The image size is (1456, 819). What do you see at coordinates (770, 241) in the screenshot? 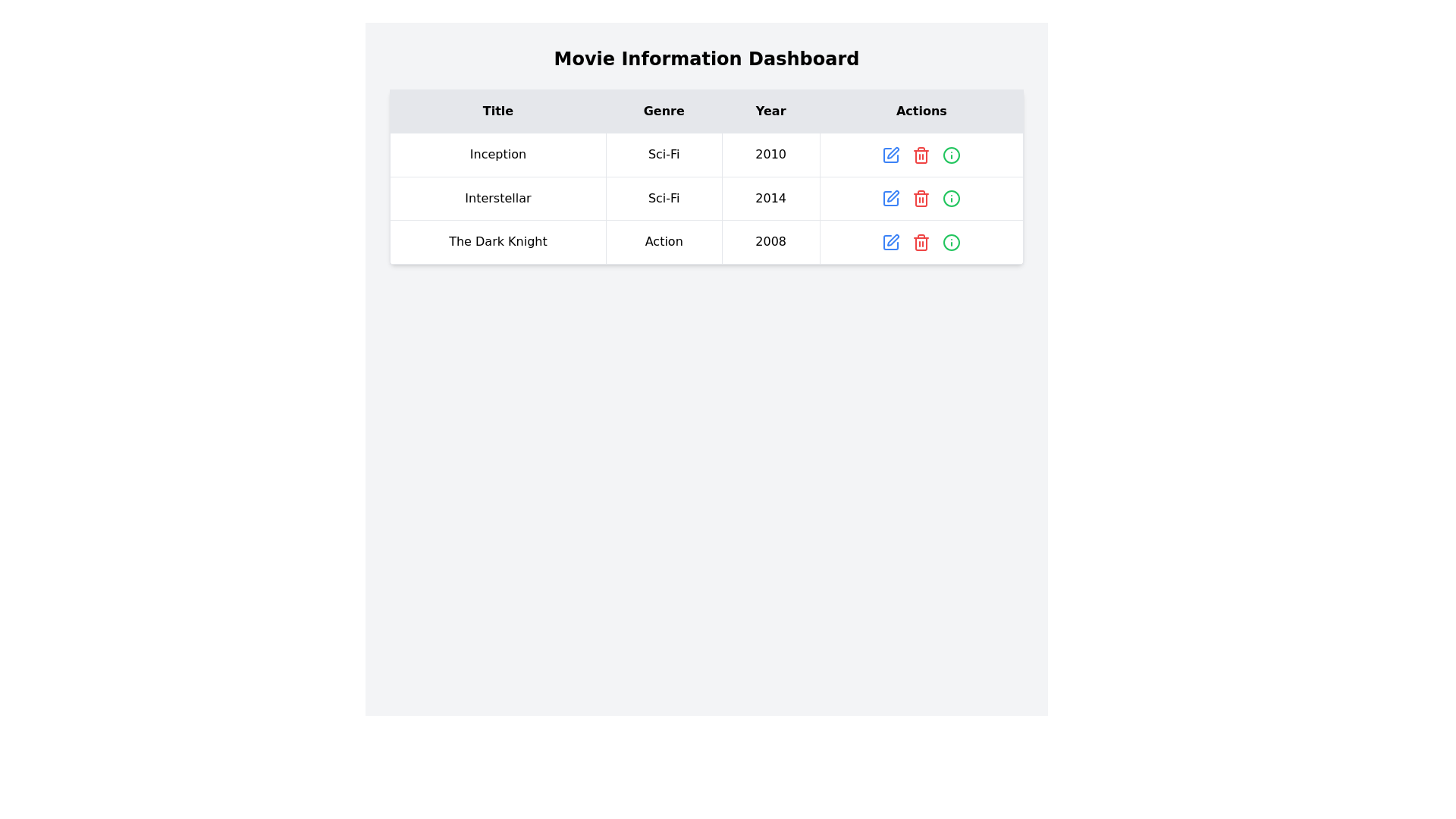
I see `the textual representation of the release year of the movie 'The Dark Knight' located in the third row under the 'Year' column of the movie information table` at bounding box center [770, 241].